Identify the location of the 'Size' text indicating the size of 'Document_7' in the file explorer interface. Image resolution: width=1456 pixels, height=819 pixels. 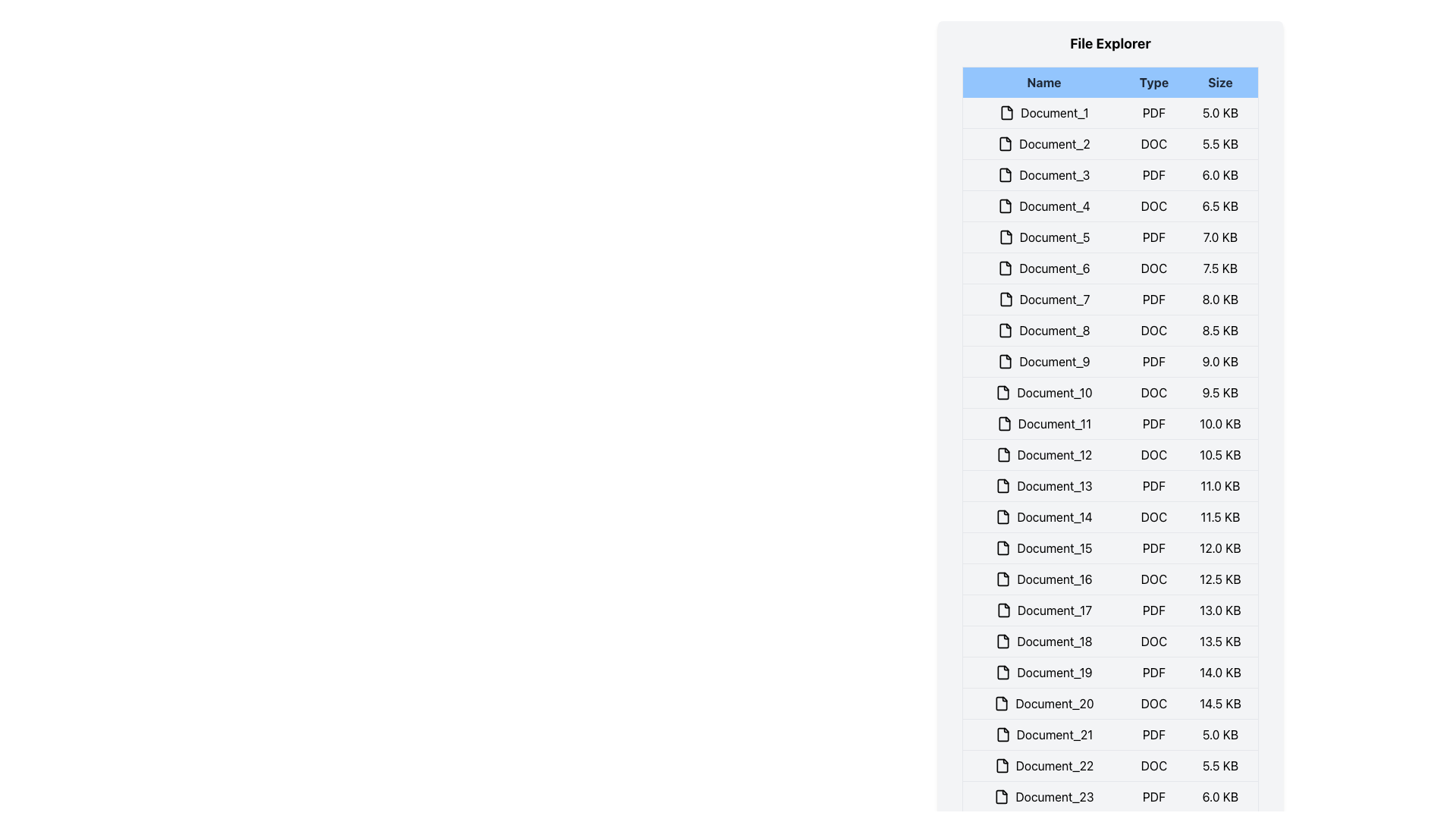
(1219, 299).